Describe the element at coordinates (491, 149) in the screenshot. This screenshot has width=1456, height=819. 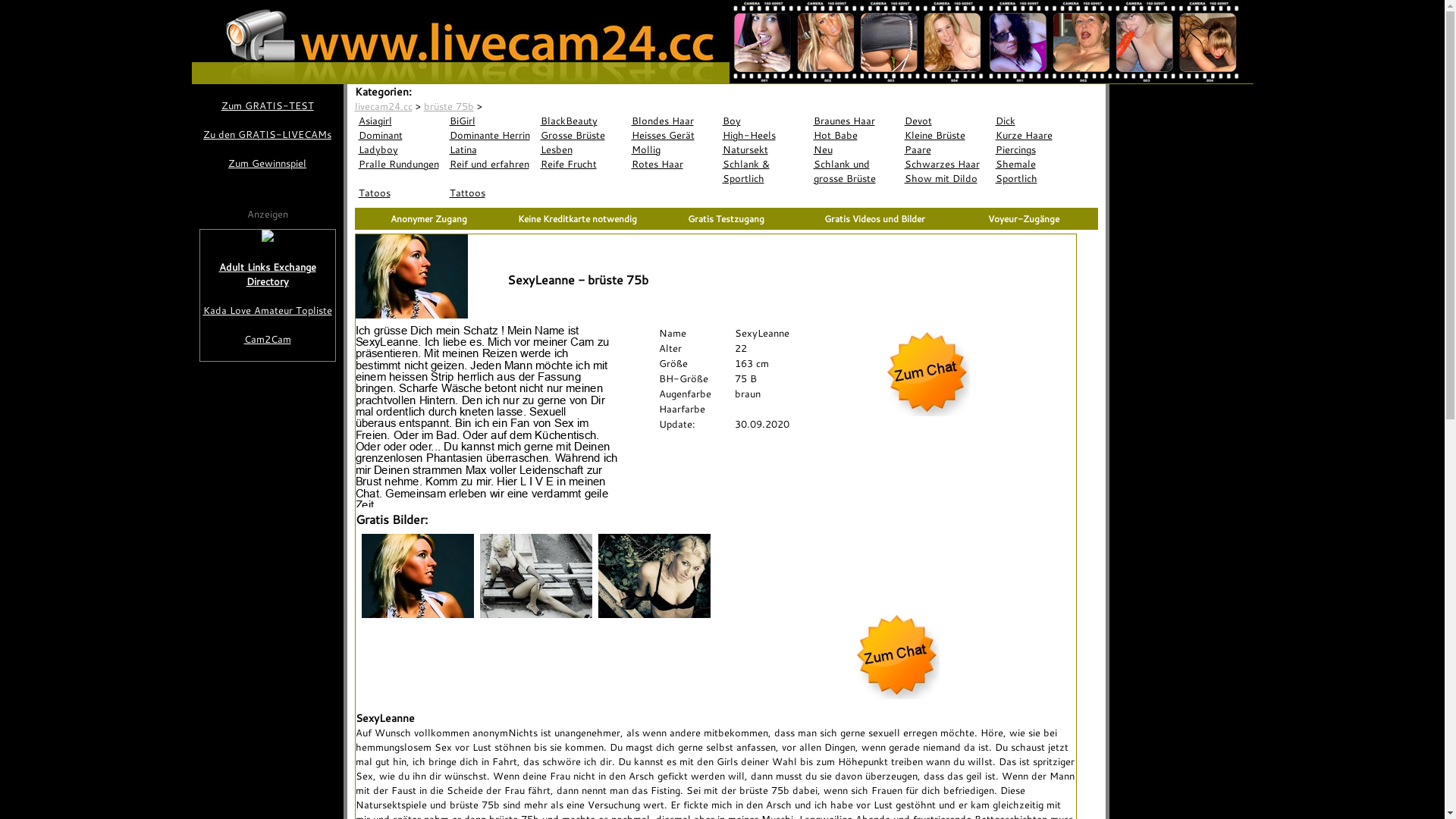
I see `'Latina'` at that location.